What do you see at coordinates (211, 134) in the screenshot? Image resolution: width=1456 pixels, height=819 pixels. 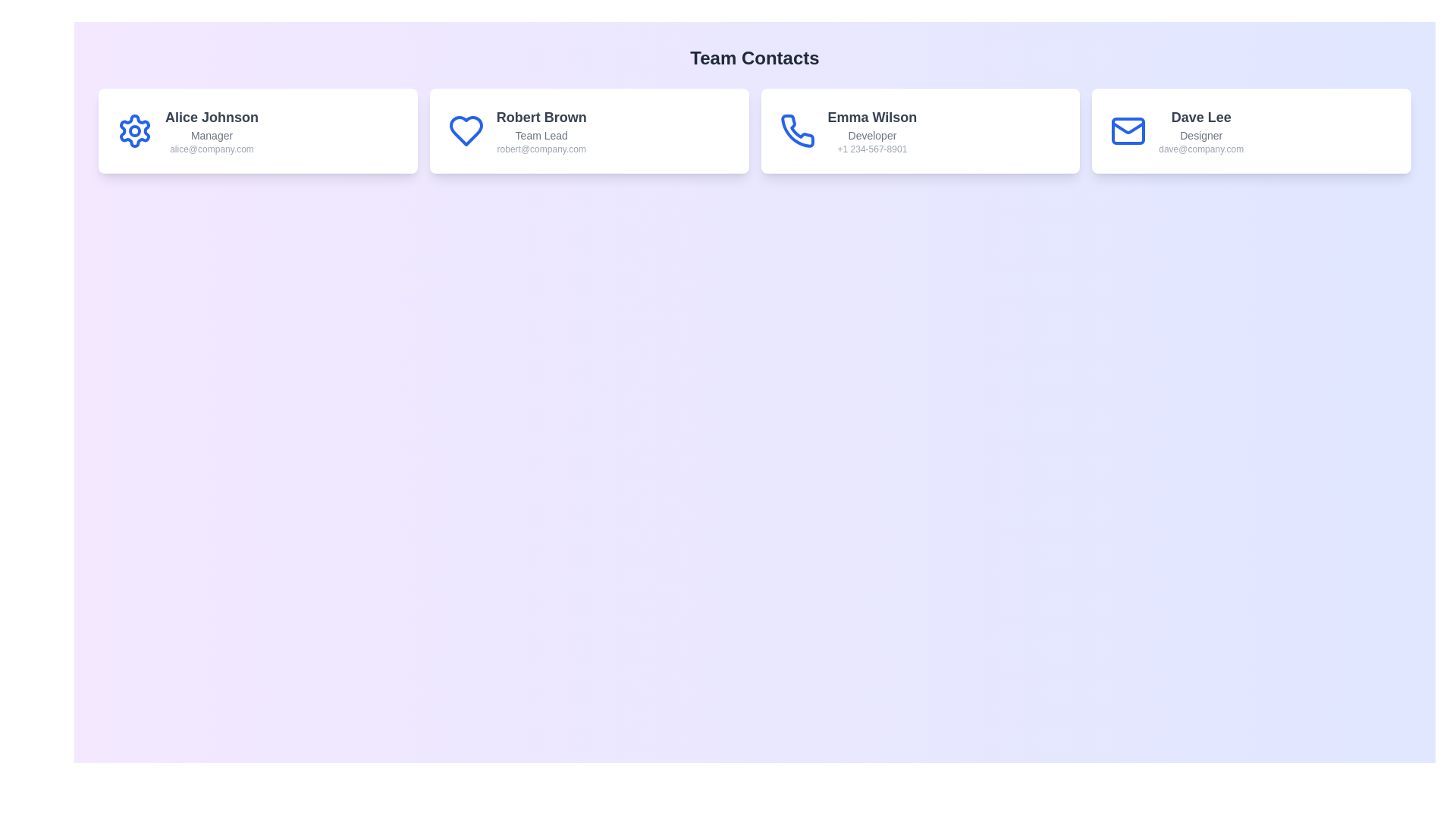 I see `the text label displaying 'Manager', which is styled in gray and located below 'Alice Johnson' within the leftmost card interface` at bounding box center [211, 134].